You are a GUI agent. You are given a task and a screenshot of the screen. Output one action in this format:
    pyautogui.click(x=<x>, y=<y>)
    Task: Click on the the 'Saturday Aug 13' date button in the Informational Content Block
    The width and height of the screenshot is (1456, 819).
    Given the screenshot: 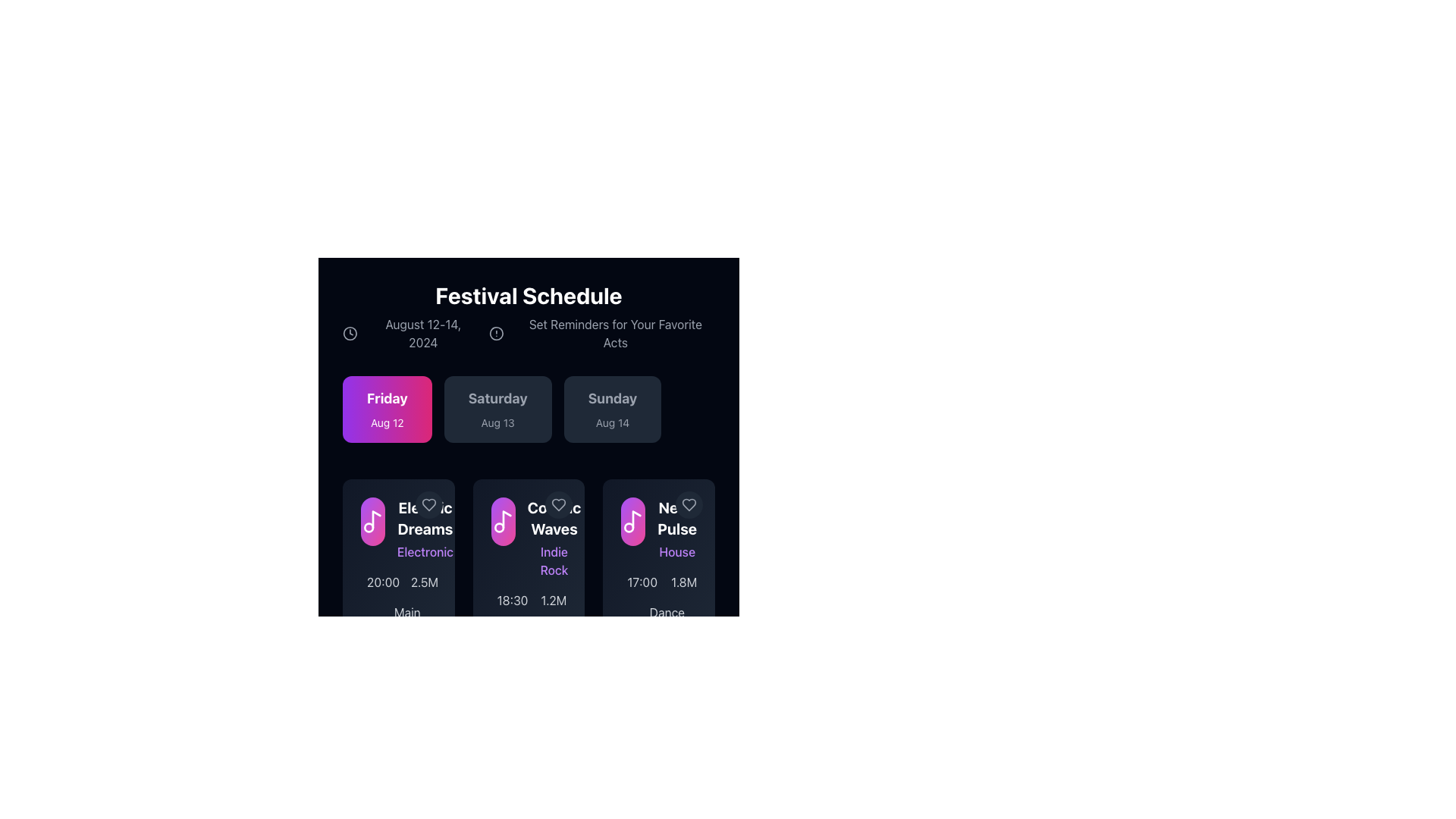 What is the action you would take?
    pyautogui.click(x=529, y=428)
    